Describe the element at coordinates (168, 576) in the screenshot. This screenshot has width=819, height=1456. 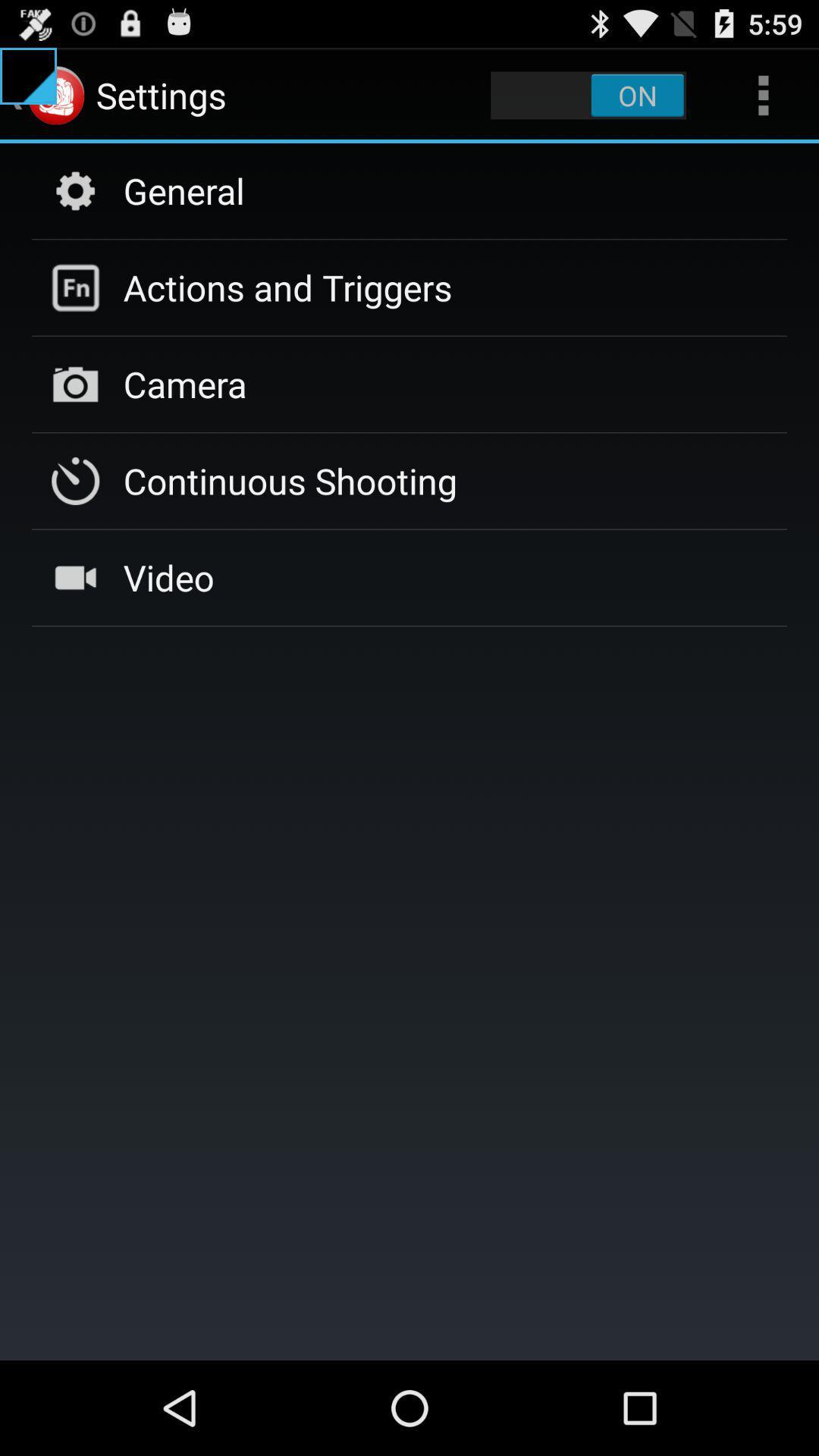
I see `video app` at that location.